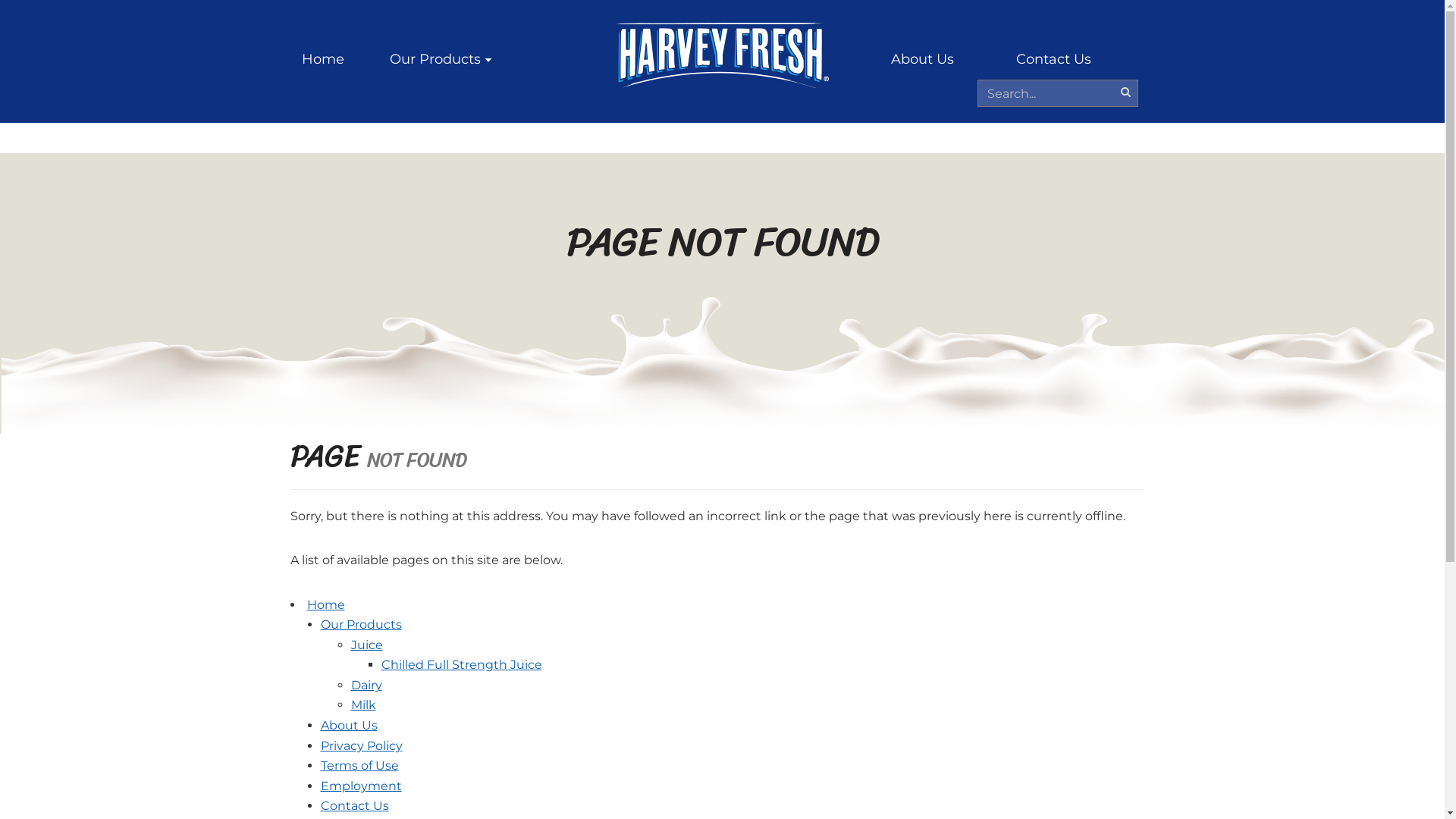 This screenshot has height=819, width=1456. What do you see at coordinates (366, 645) in the screenshot?
I see `'Juice'` at bounding box center [366, 645].